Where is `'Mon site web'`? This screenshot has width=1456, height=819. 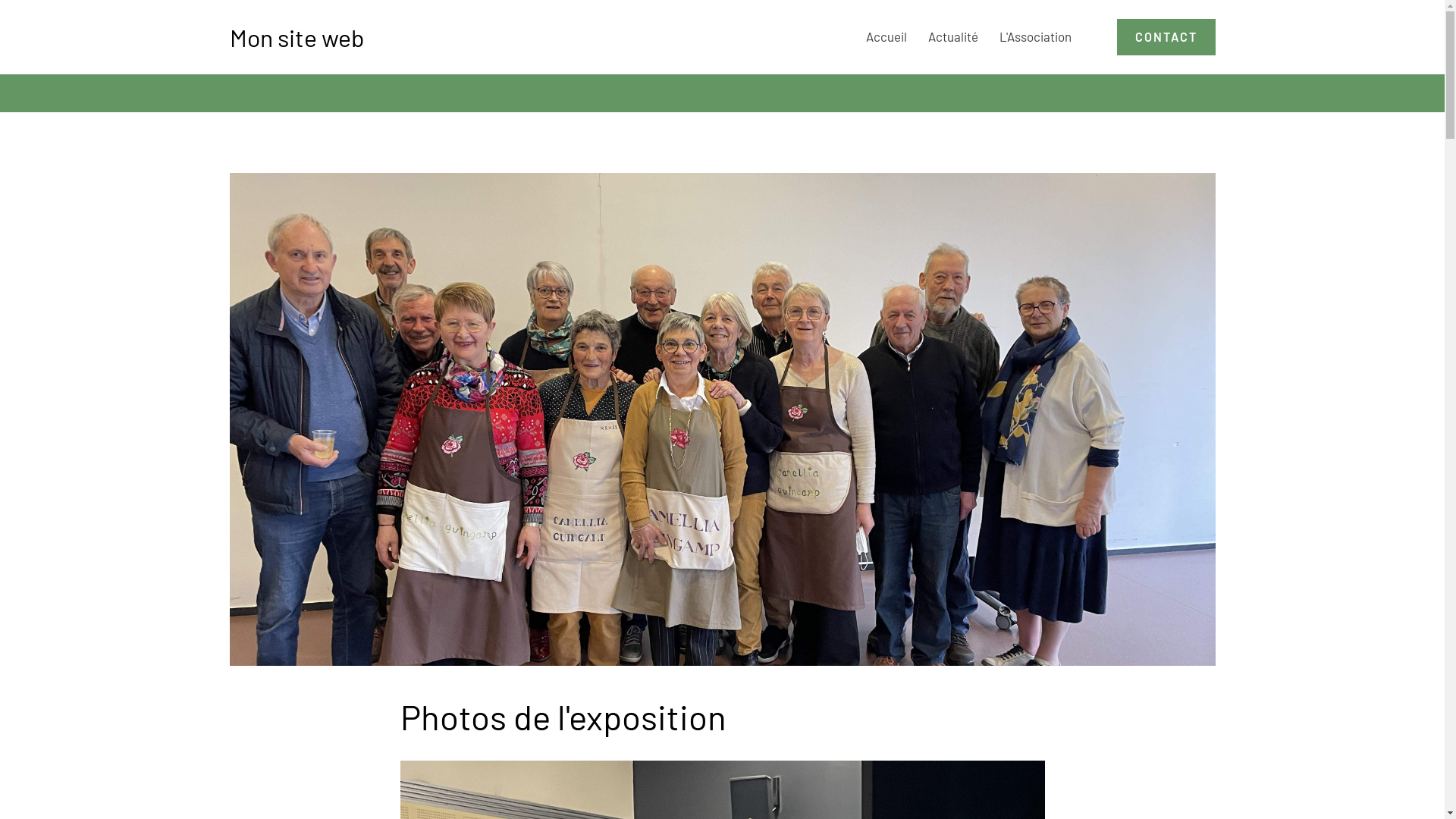 'Mon site web' is located at coordinates (296, 36).